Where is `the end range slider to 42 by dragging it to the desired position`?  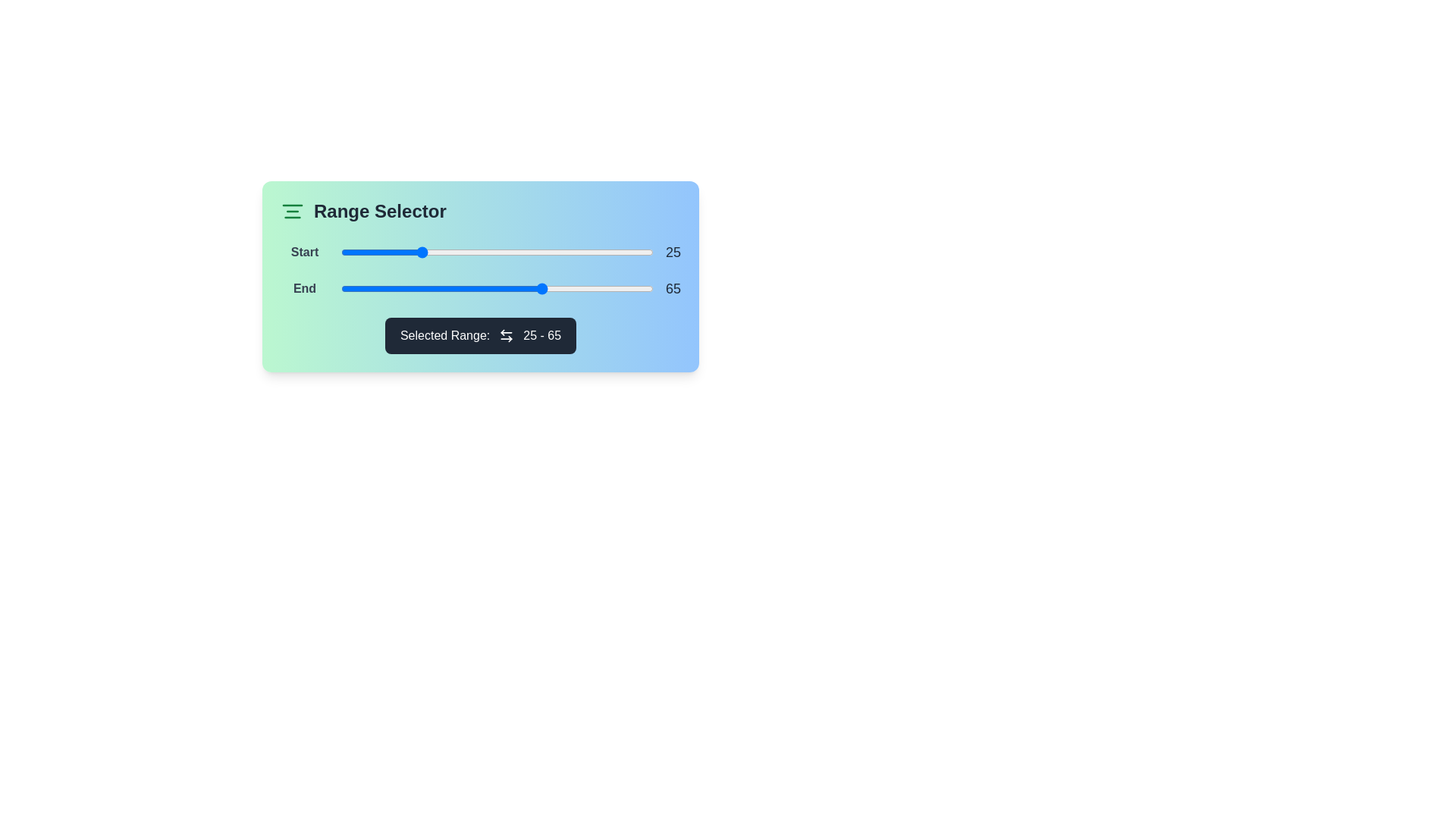
the end range slider to 42 by dragging it to the desired position is located at coordinates (472, 289).